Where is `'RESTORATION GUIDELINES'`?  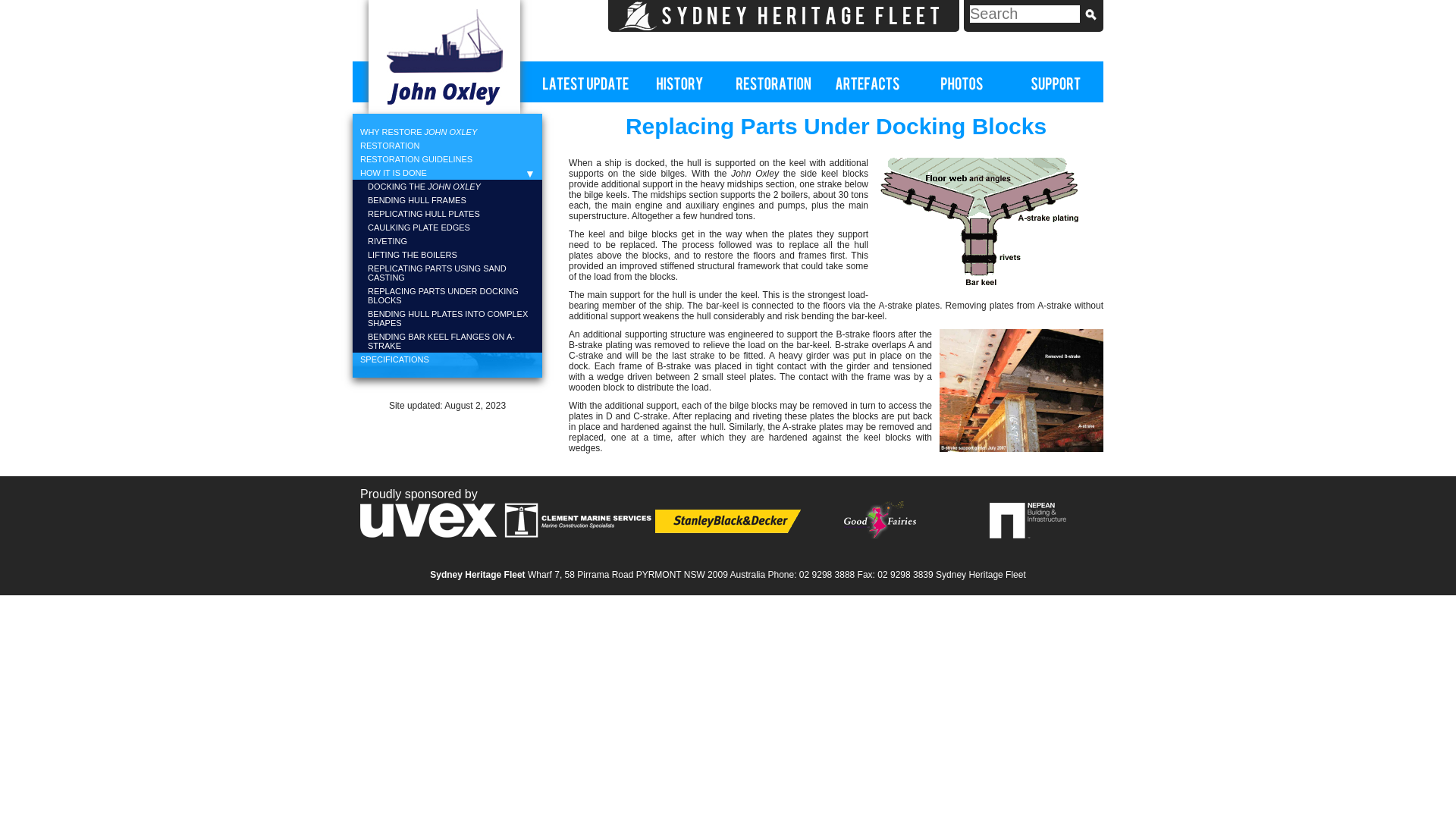
'RESTORATION GUIDELINES' is located at coordinates (352, 158).